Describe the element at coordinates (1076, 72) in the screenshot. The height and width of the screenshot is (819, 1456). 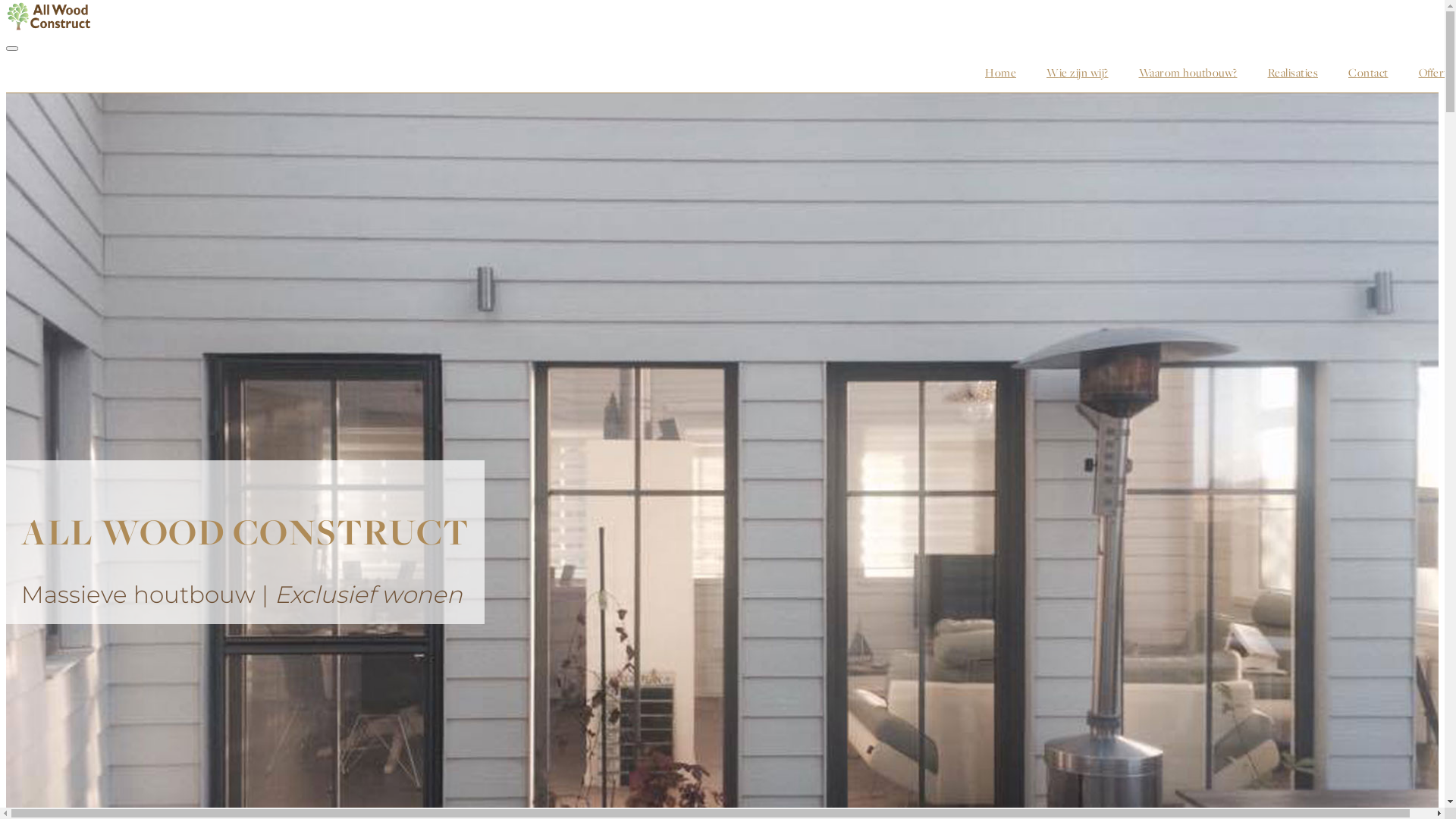
I see `'wie zijn wij?'` at that location.